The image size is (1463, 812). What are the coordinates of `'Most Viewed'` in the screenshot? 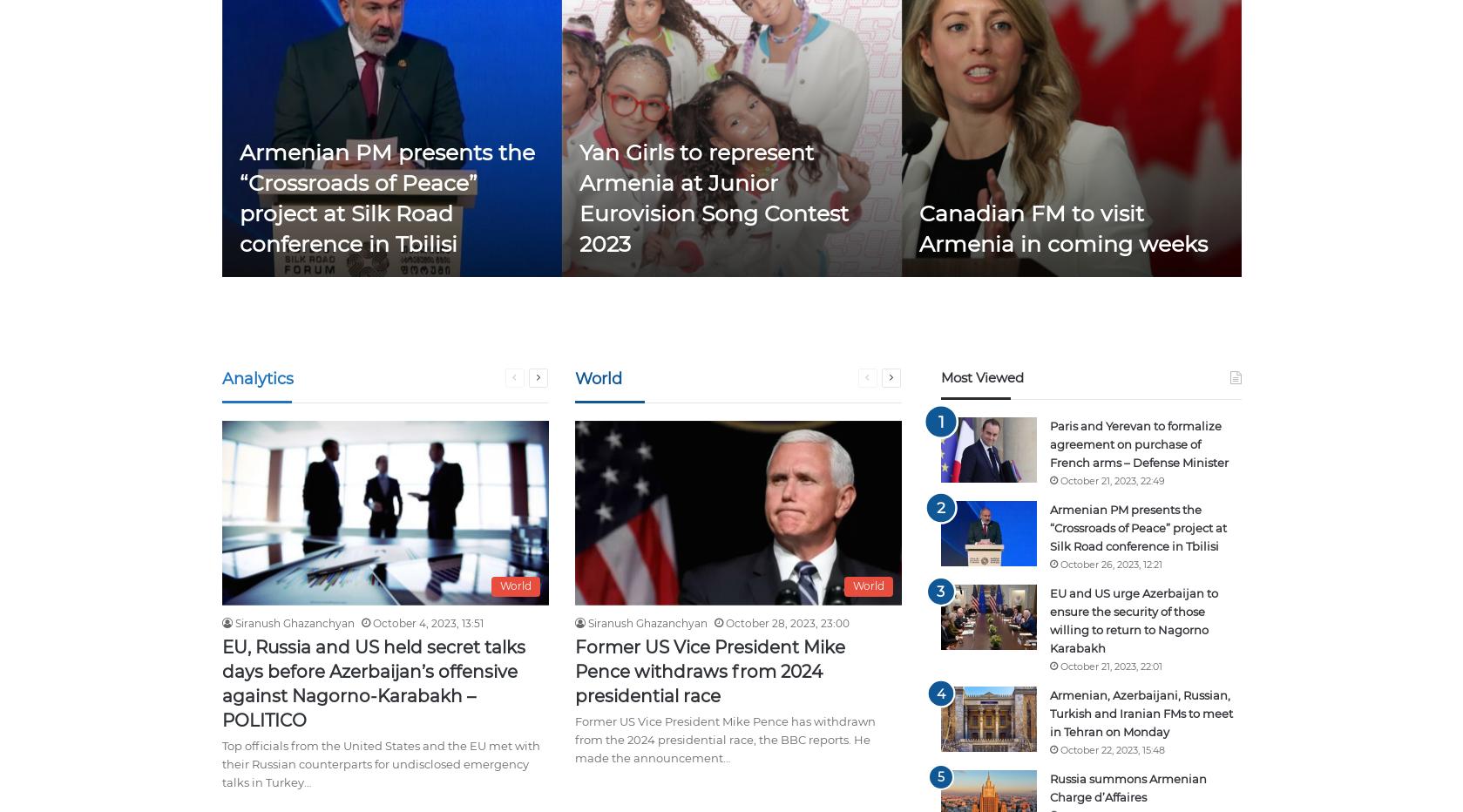 It's located at (980, 376).